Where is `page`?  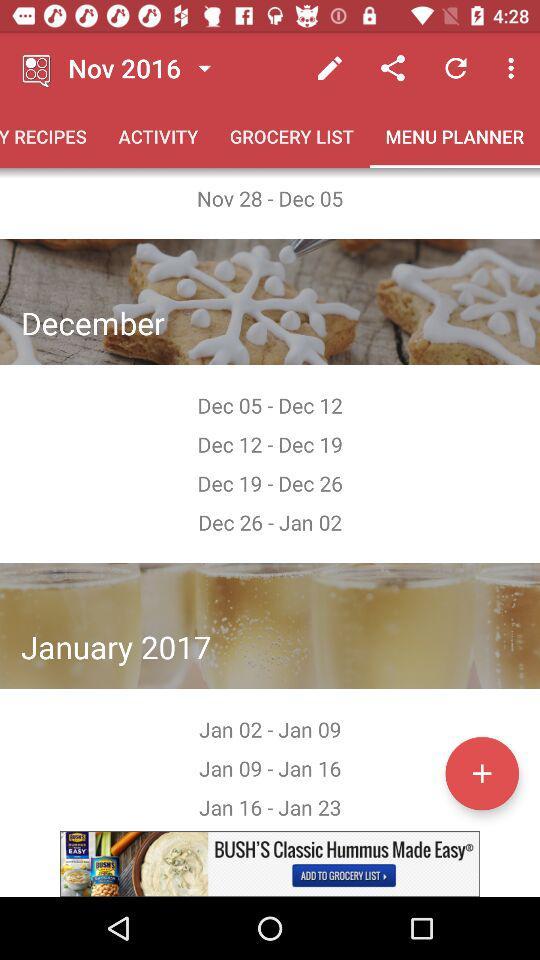 page is located at coordinates (481, 772).